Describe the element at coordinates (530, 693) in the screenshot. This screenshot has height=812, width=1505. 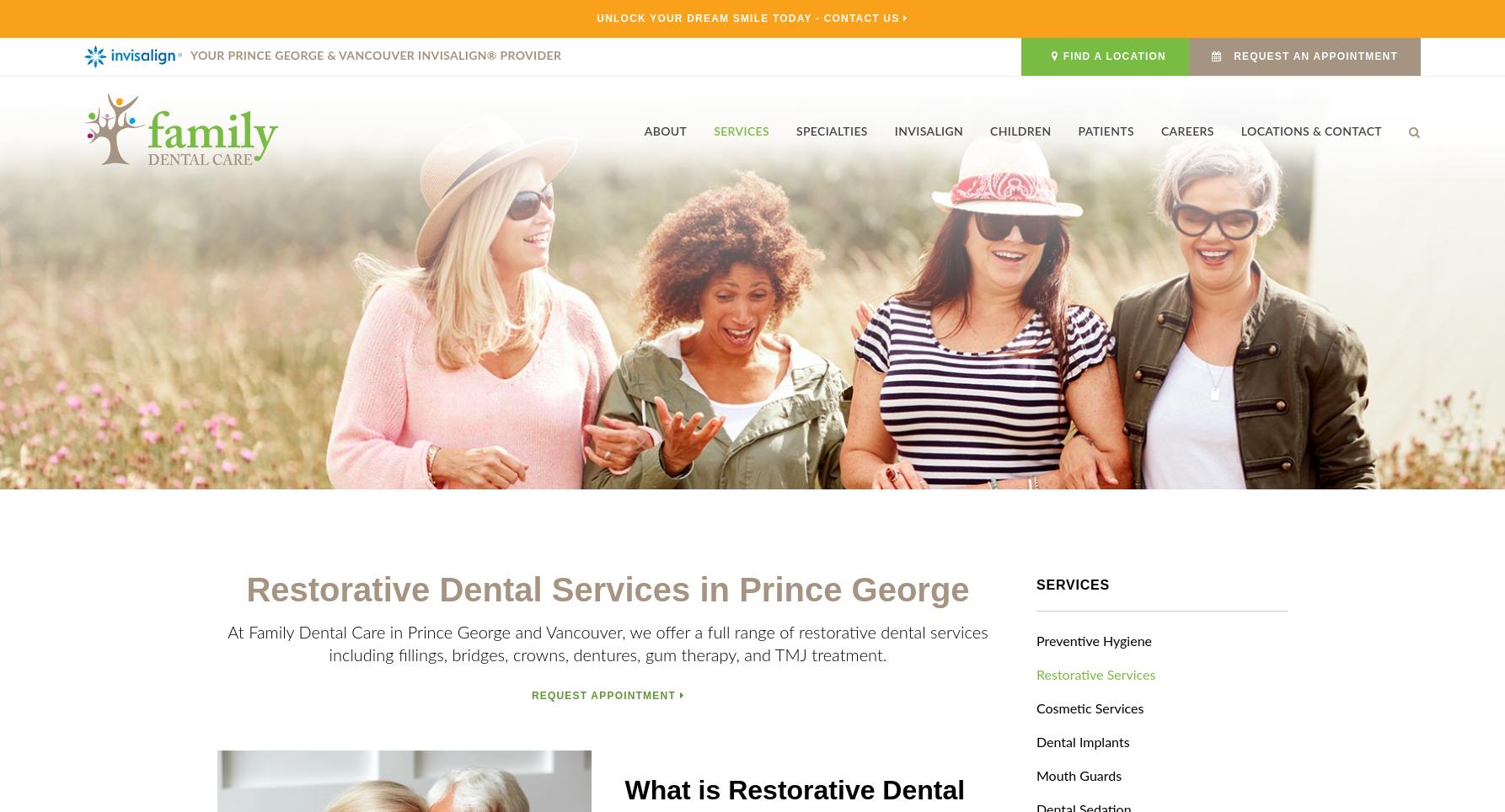
I see `'Request Appointment'` at that location.